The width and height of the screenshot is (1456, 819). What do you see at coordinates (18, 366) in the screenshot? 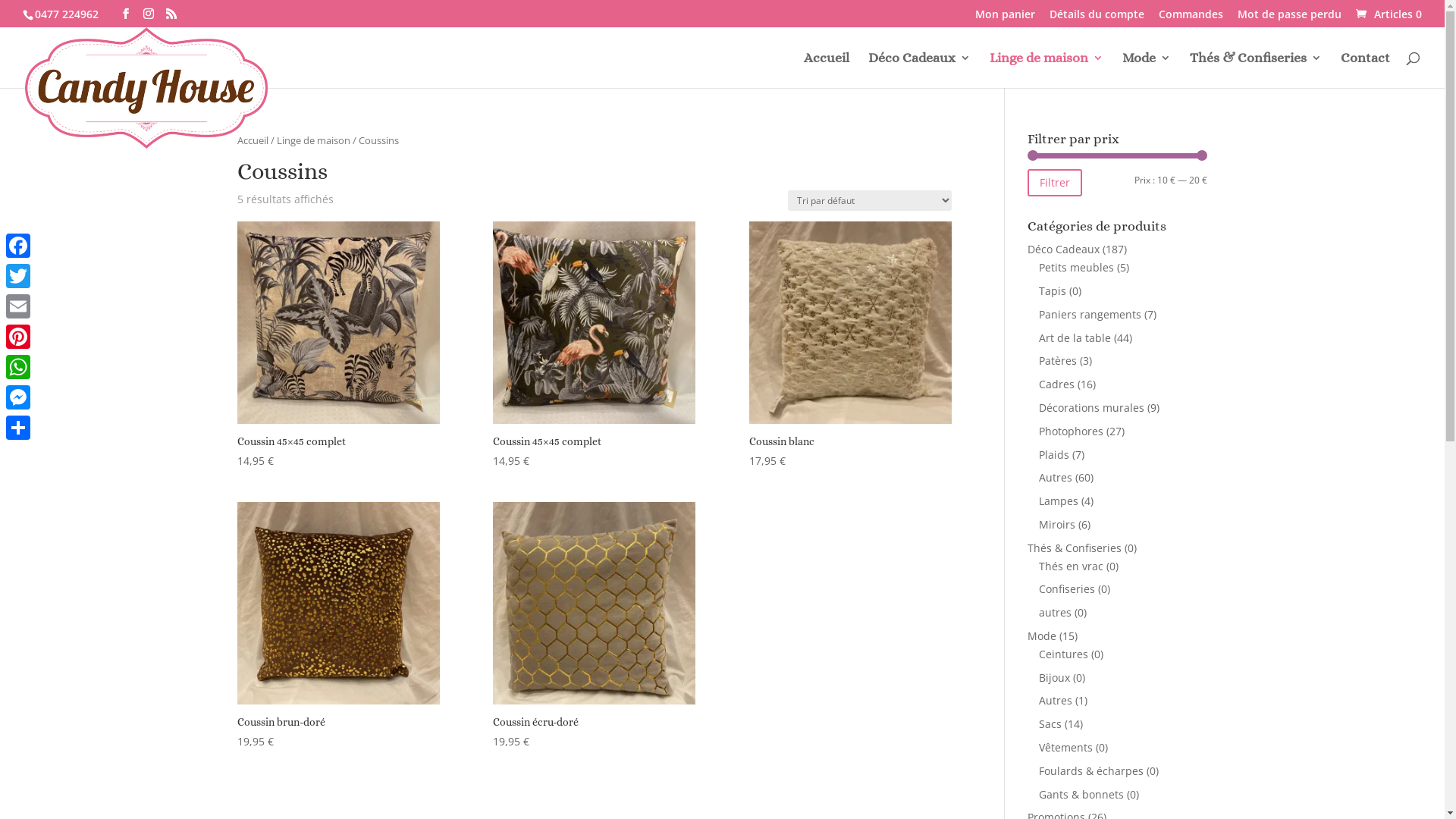
I see `'WhatsApp'` at bounding box center [18, 366].